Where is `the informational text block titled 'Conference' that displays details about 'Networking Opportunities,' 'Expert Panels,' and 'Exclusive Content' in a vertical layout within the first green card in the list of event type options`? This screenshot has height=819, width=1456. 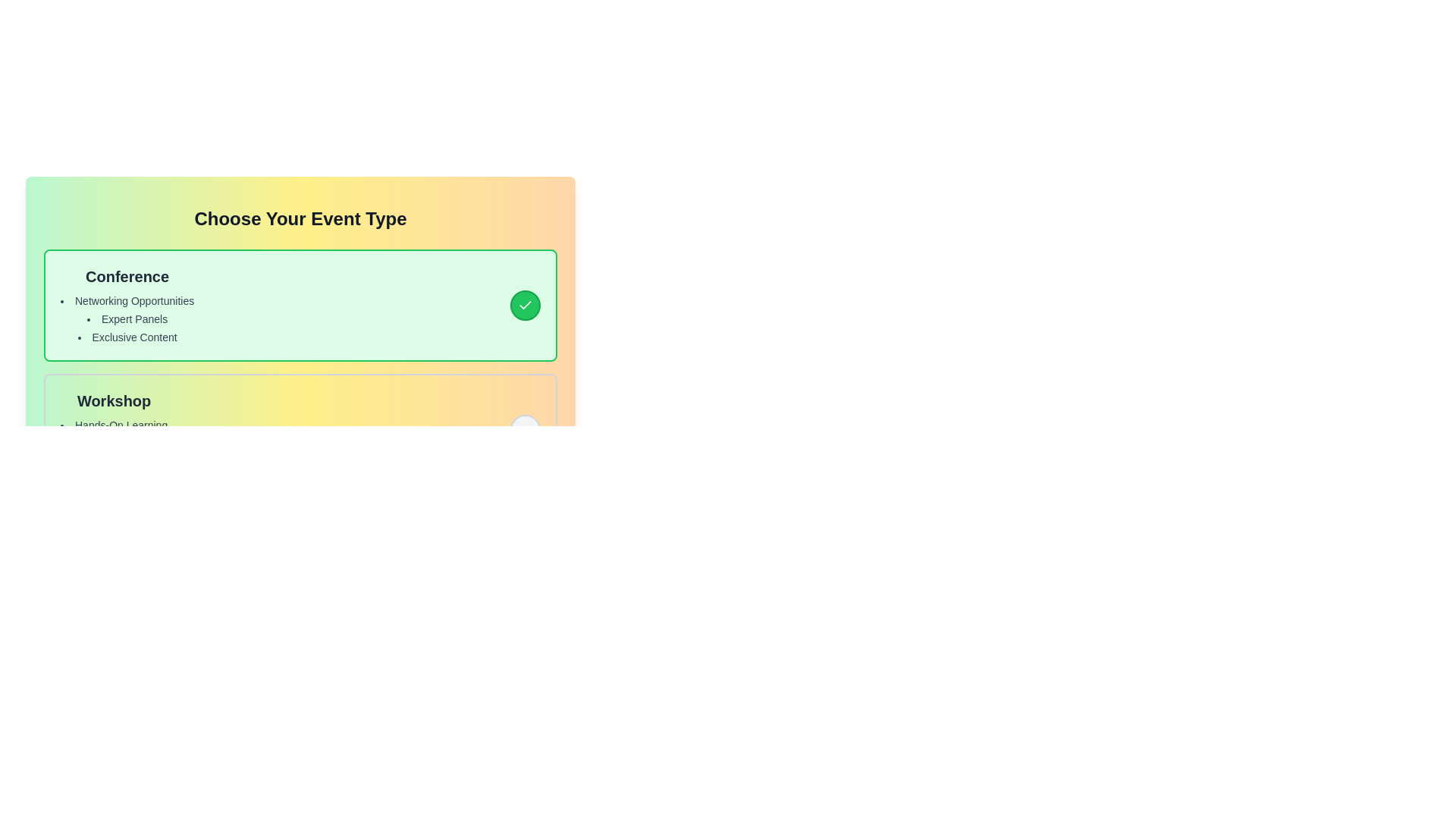
the informational text block titled 'Conference' that displays details about 'Networking Opportunities,' 'Expert Panels,' and 'Exclusive Content' in a vertical layout within the first green card in the list of event type options is located at coordinates (127, 305).